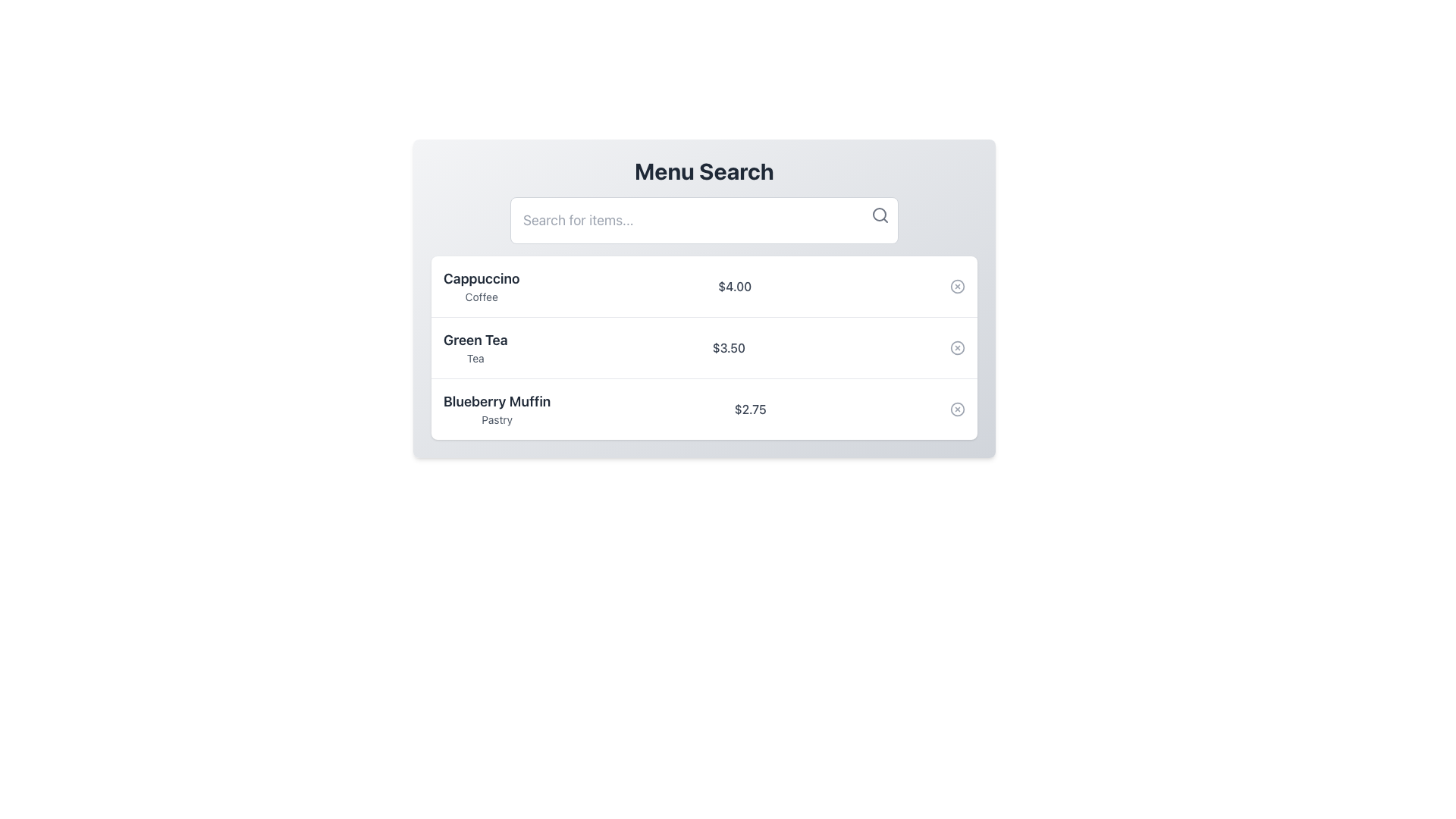 This screenshot has width=1456, height=819. What do you see at coordinates (481, 278) in the screenshot?
I see `the text label displaying 'Cappuccino', which is positioned above the 'Coffee' label in a vertically stacked list` at bounding box center [481, 278].